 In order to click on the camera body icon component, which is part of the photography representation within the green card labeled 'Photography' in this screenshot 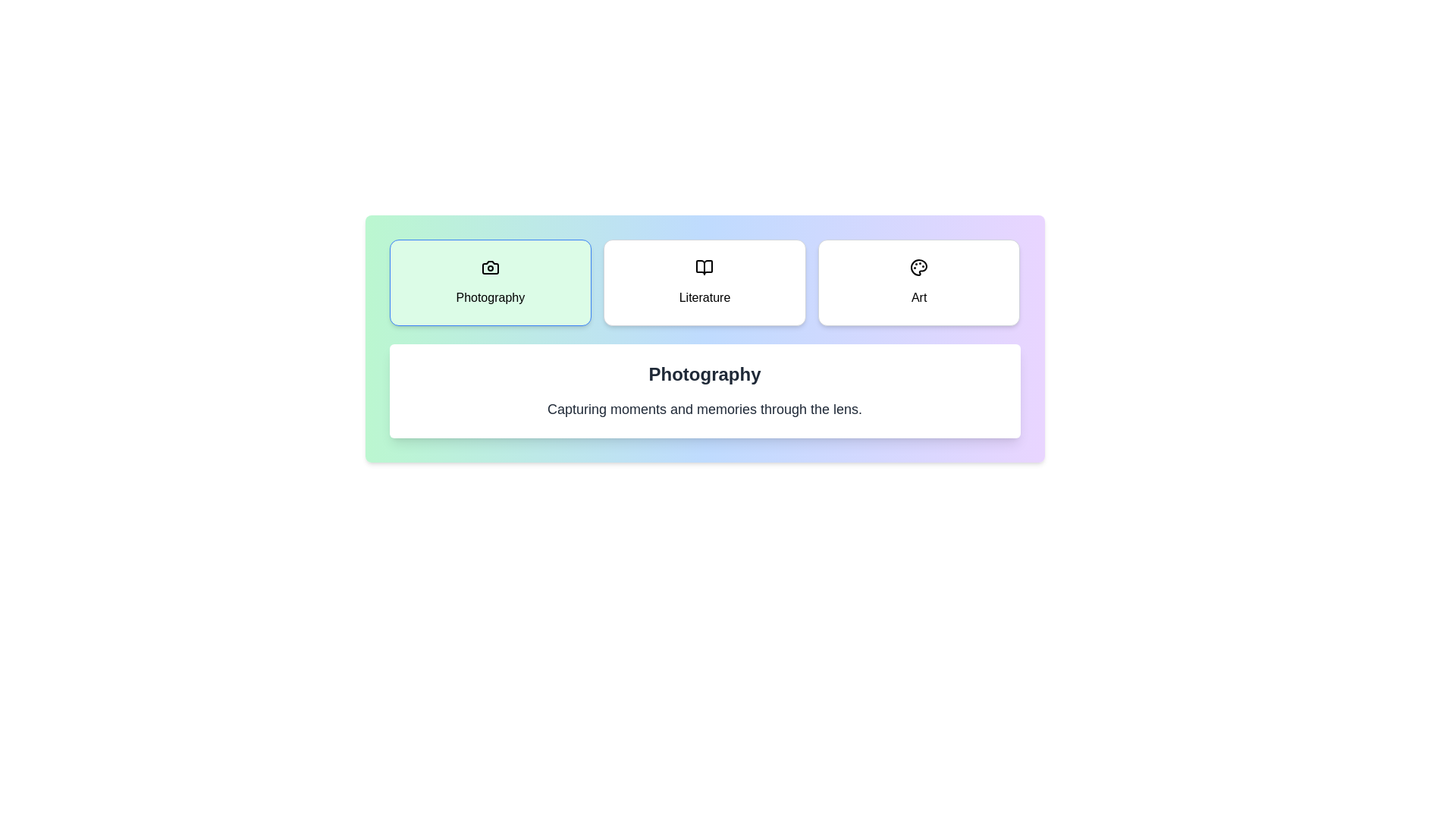, I will do `click(490, 267)`.